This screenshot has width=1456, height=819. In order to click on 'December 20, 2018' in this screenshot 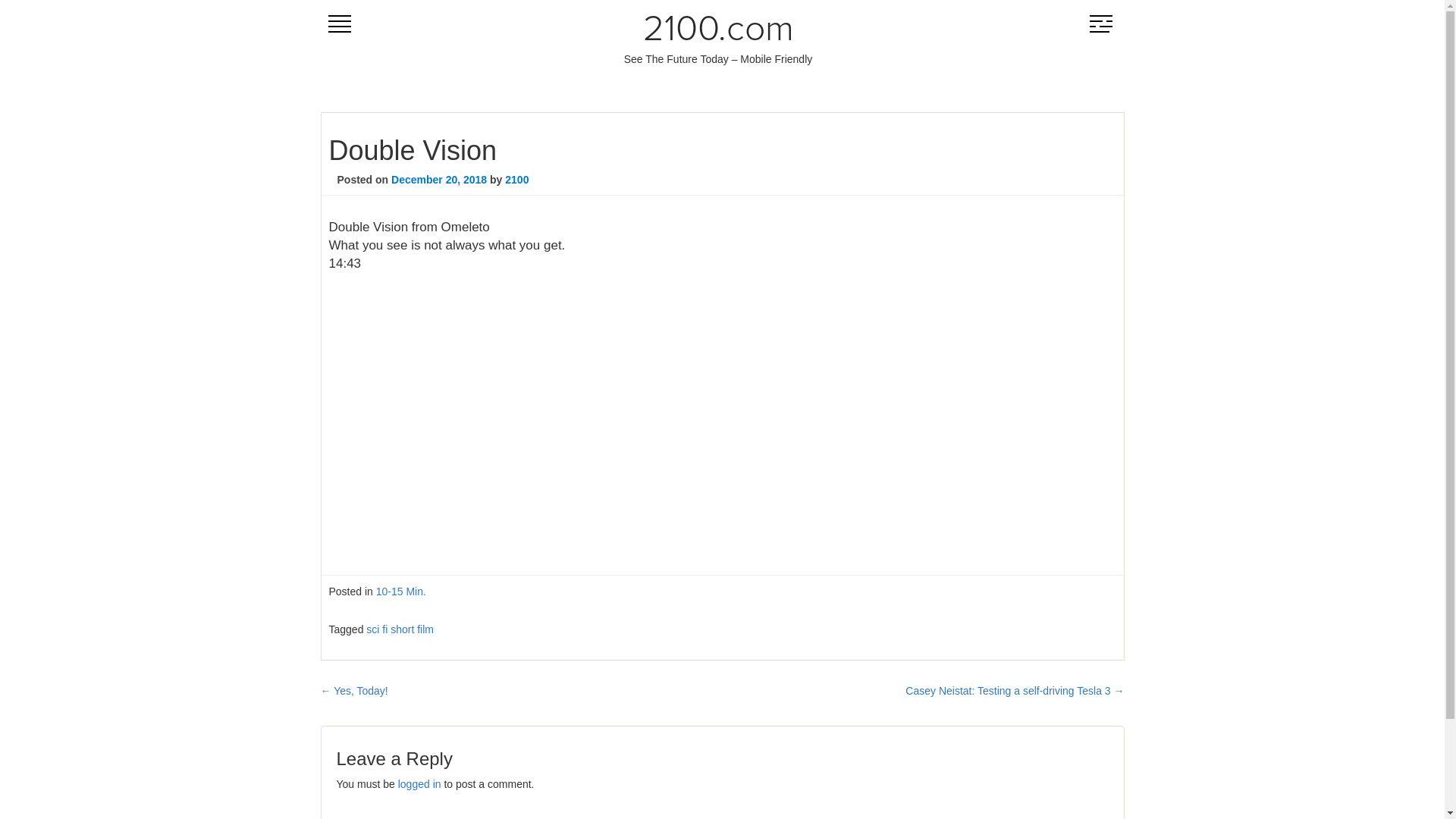, I will do `click(391, 178)`.